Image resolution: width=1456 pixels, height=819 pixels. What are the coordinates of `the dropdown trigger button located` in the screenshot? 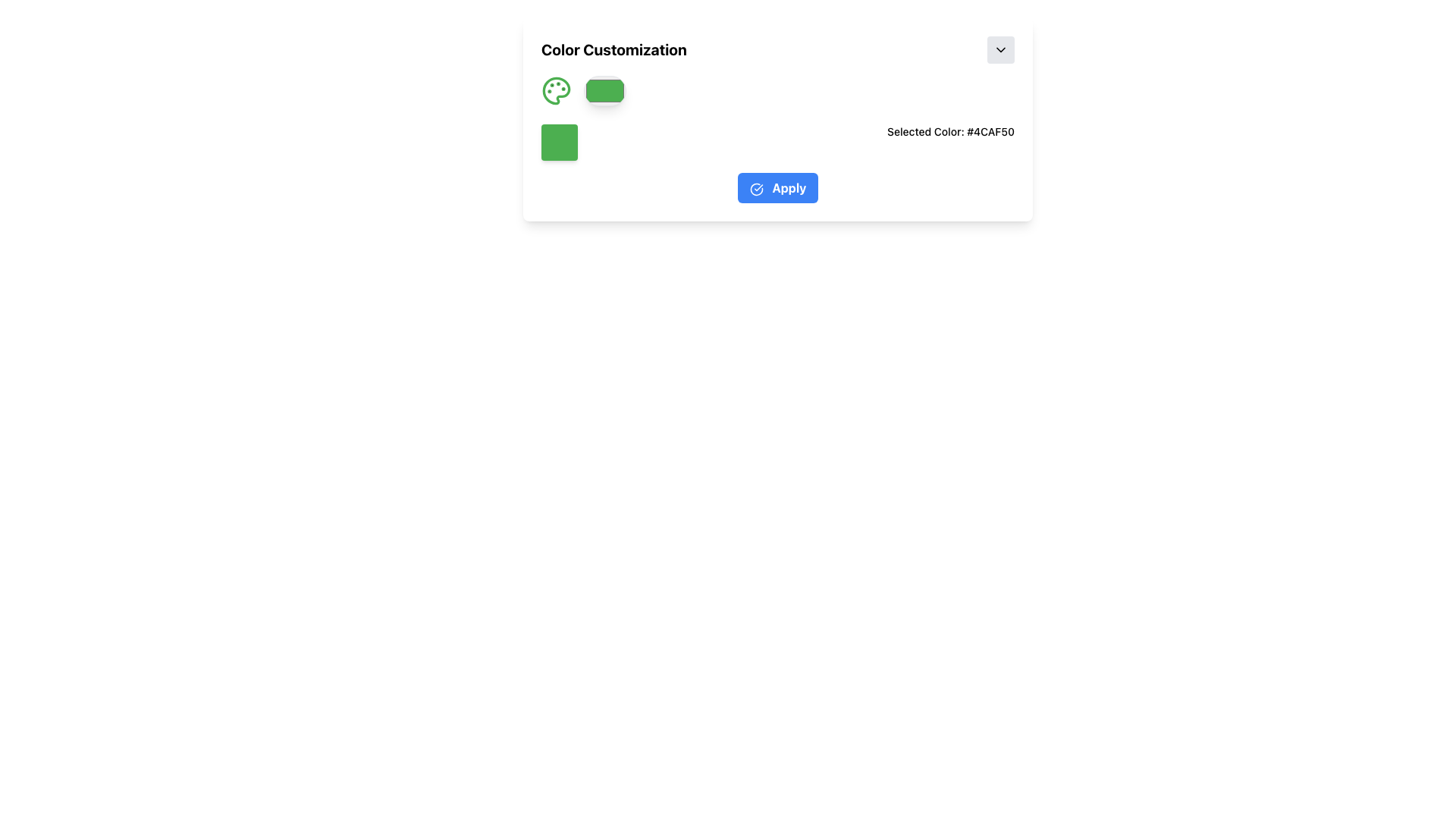 It's located at (1001, 49).